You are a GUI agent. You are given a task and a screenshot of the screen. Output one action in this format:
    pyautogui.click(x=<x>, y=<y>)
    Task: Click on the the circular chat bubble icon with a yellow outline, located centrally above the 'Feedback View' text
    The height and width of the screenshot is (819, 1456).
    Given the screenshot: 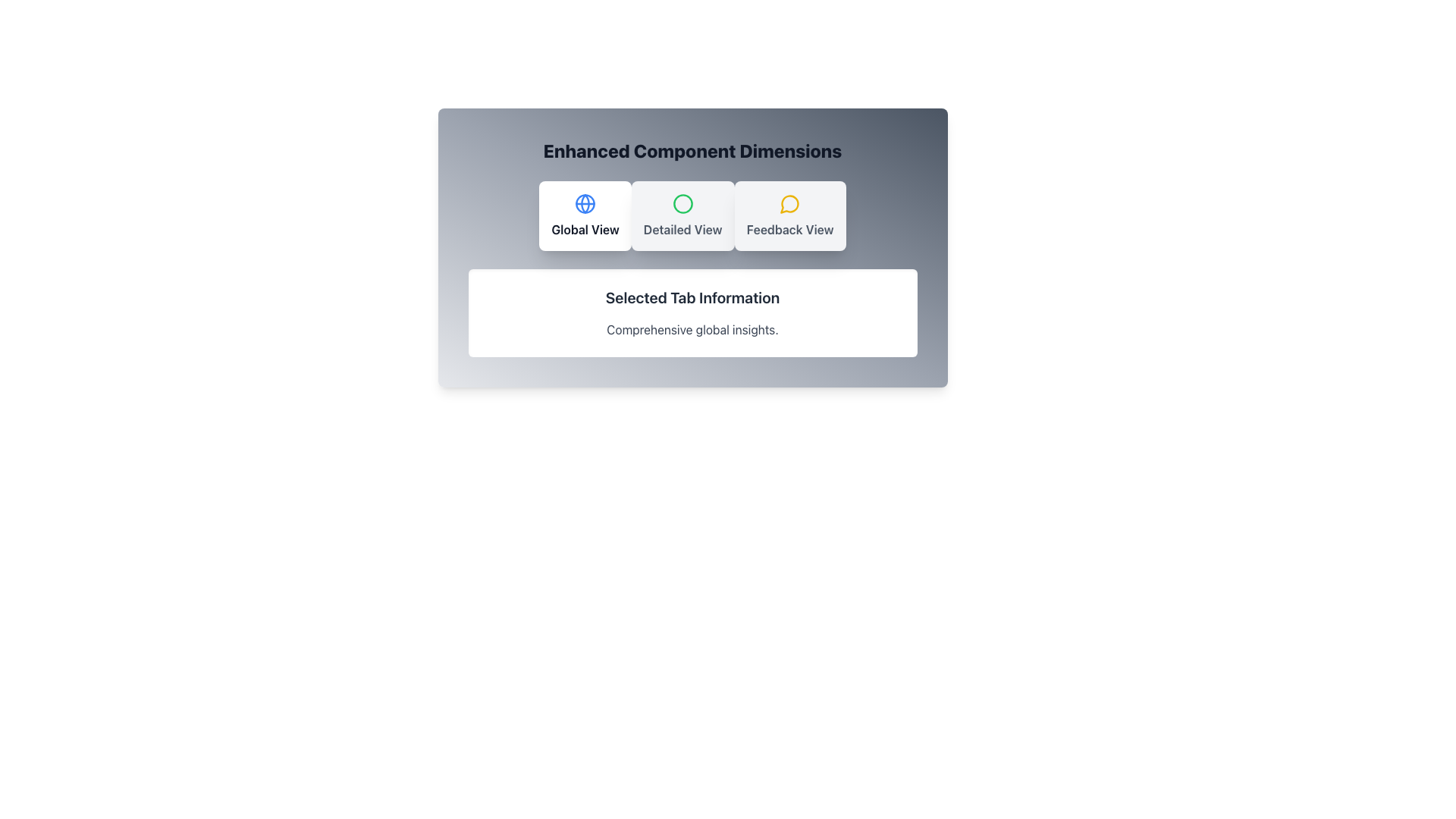 What is the action you would take?
    pyautogui.click(x=789, y=203)
    